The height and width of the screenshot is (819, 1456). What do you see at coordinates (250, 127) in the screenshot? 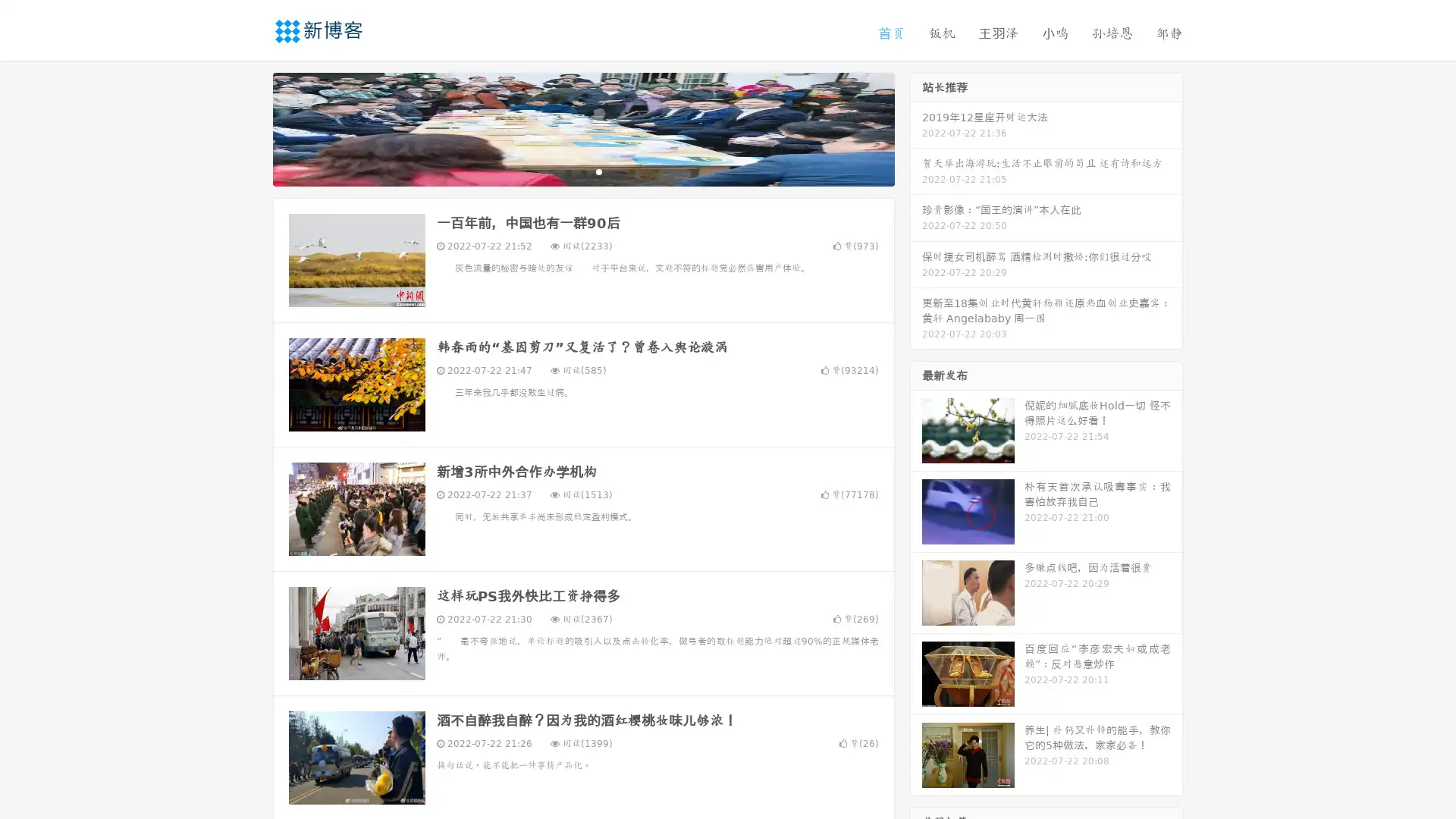
I see `Previous slide` at bounding box center [250, 127].